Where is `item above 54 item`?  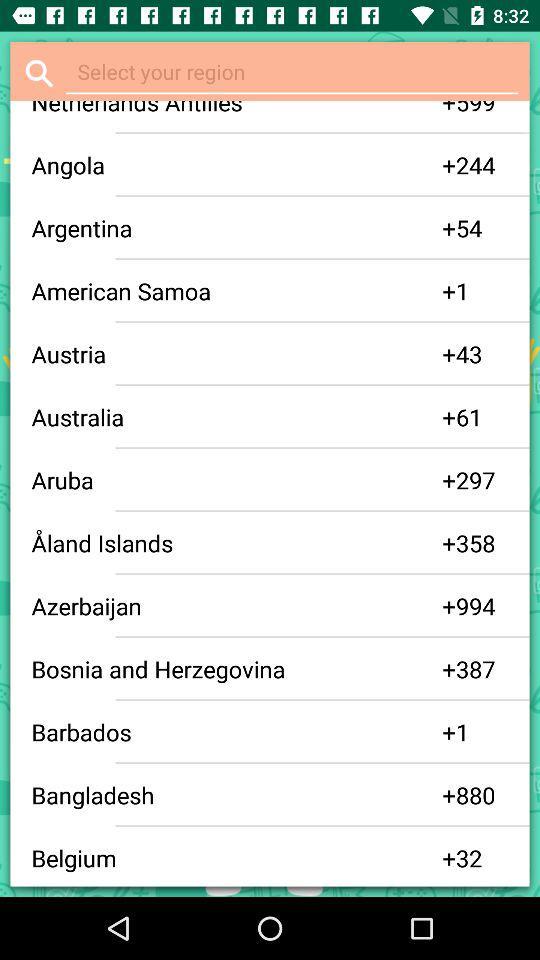 item above 54 item is located at coordinates (322, 196).